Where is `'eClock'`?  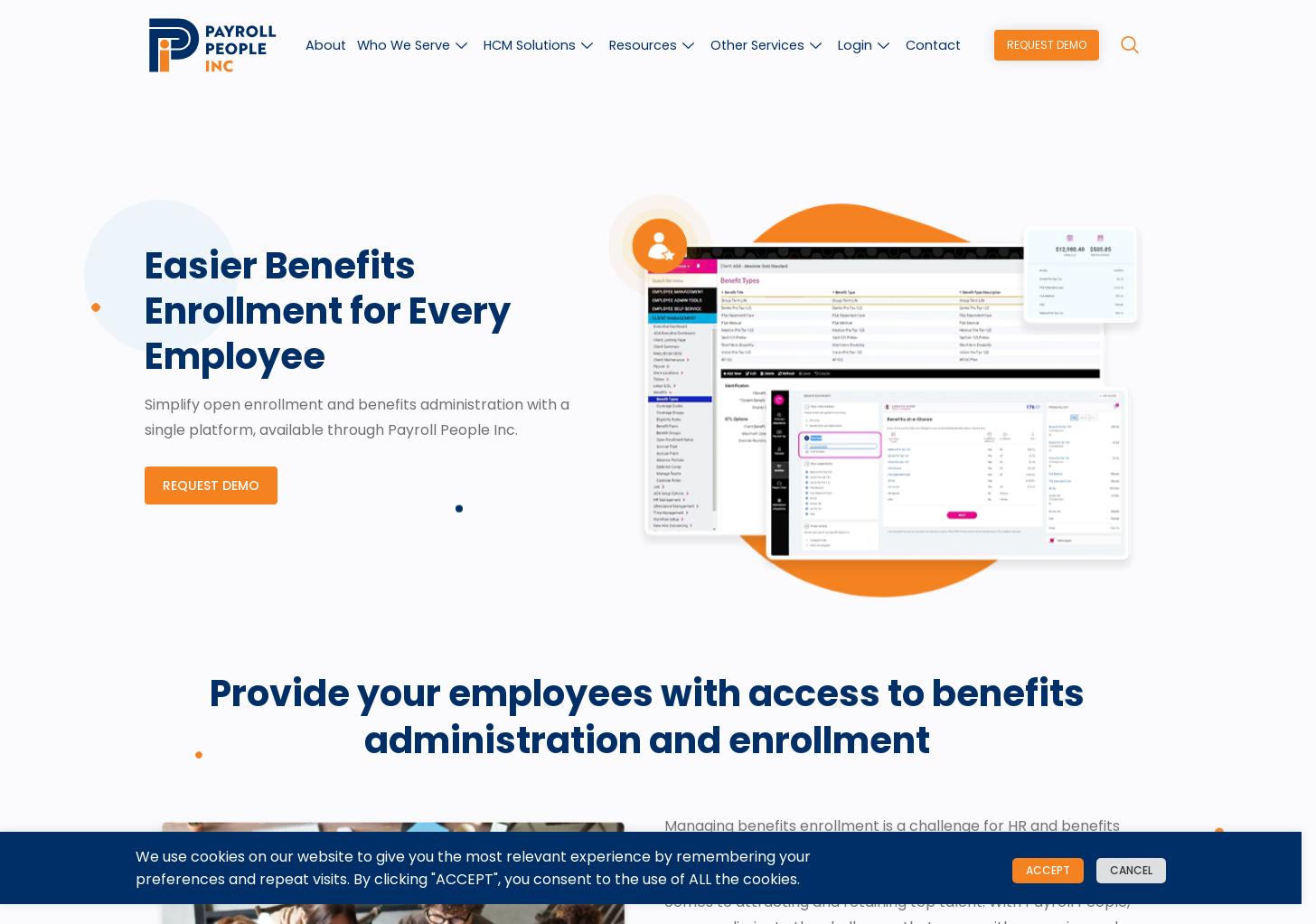 'eClock' is located at coordinates (935, 400).